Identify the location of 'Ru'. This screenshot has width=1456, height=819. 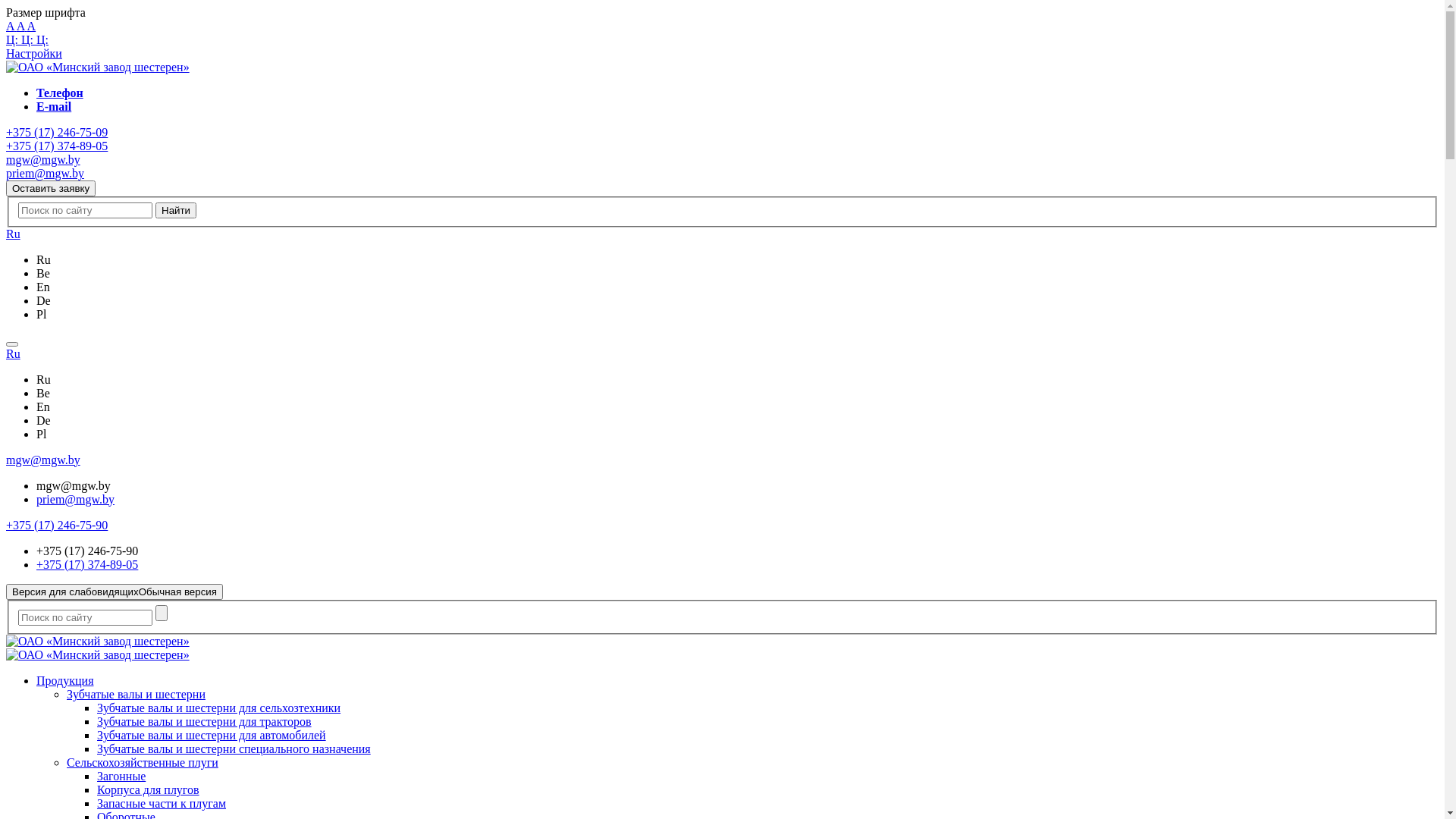
(13, 353).